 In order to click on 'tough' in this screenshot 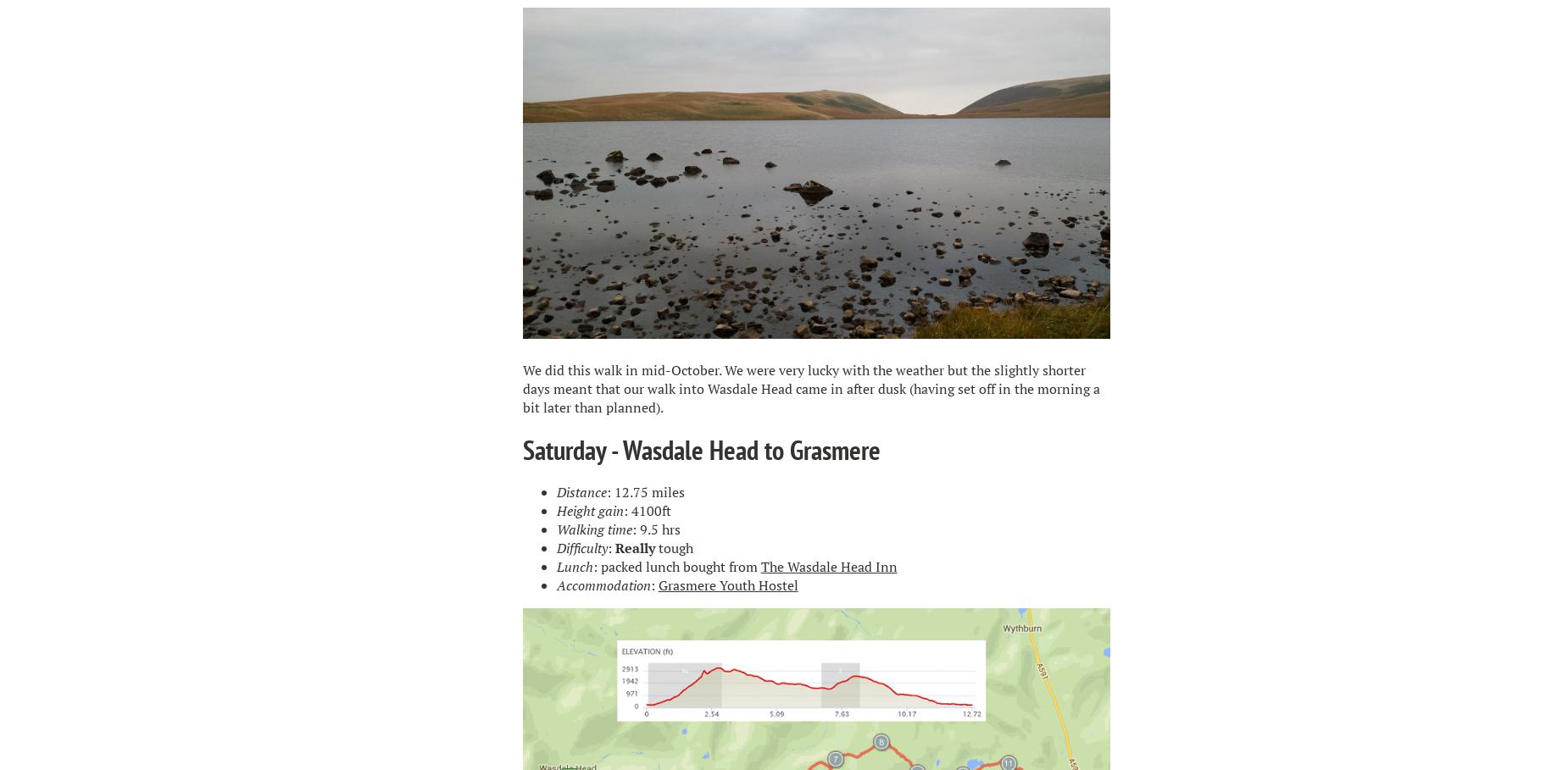, I will do `click(673, 546)`.